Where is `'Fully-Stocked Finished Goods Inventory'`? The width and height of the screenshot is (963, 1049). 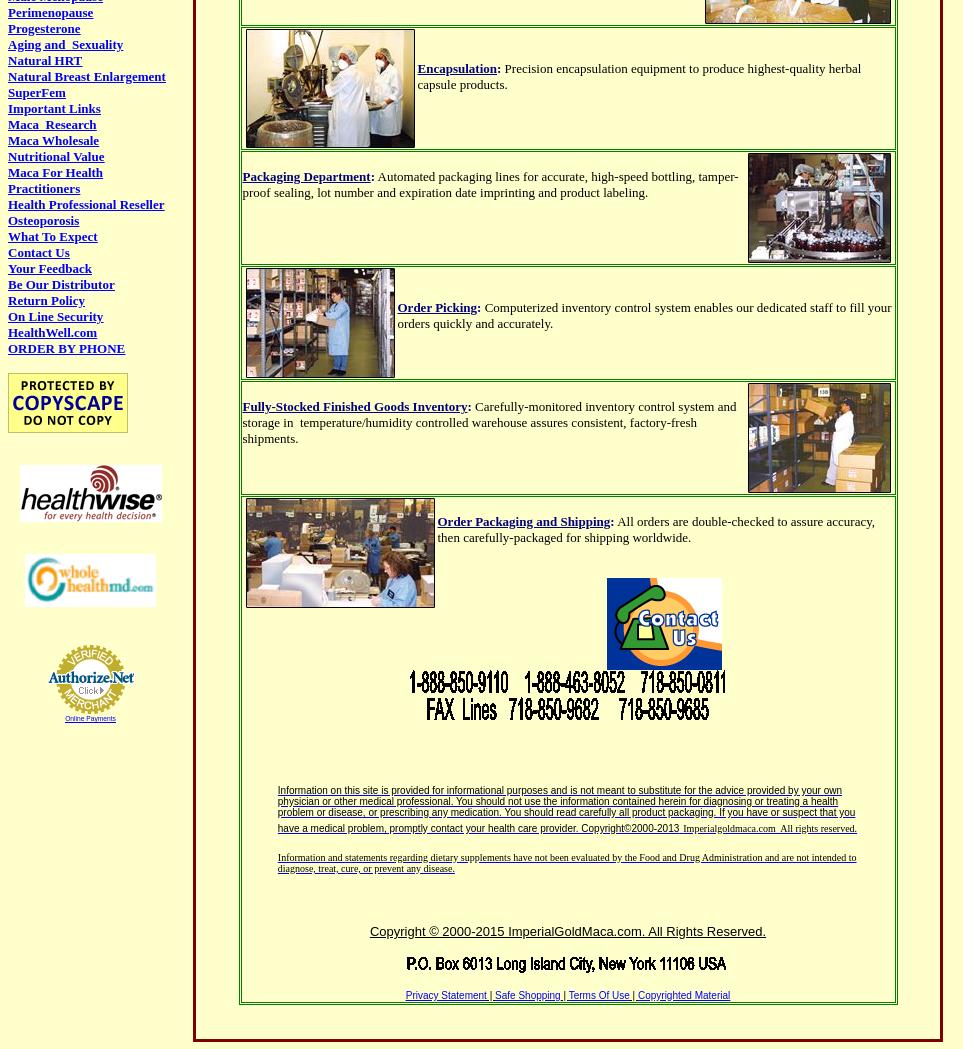
'Fully-Stocked Finished Goods Inventory' is located at coordinates (353, 405).